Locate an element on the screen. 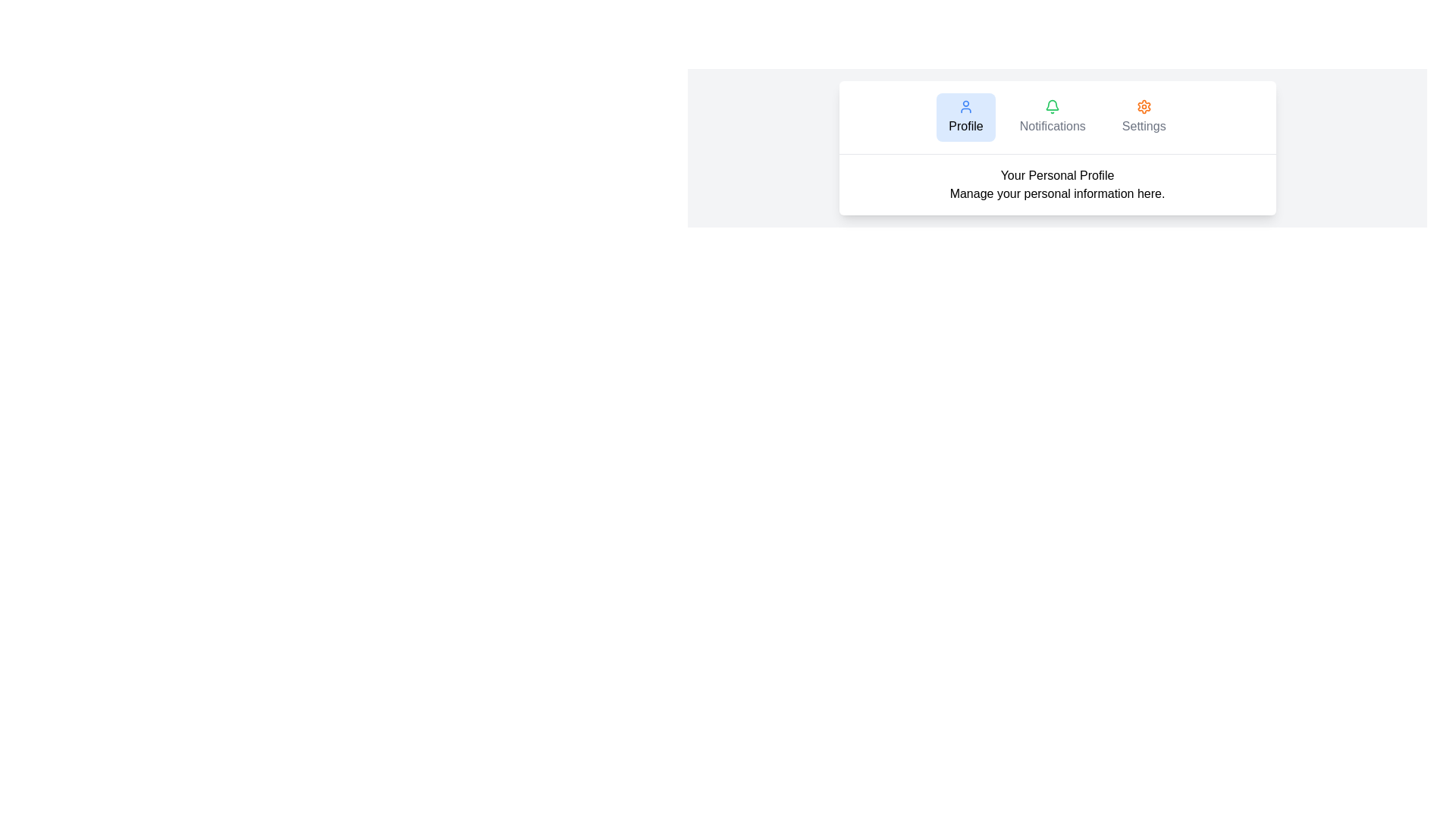 The width and height of the screenshot is (1456, 819). the tab labeled Settings to view its content is located at coordinates (1144, 116).